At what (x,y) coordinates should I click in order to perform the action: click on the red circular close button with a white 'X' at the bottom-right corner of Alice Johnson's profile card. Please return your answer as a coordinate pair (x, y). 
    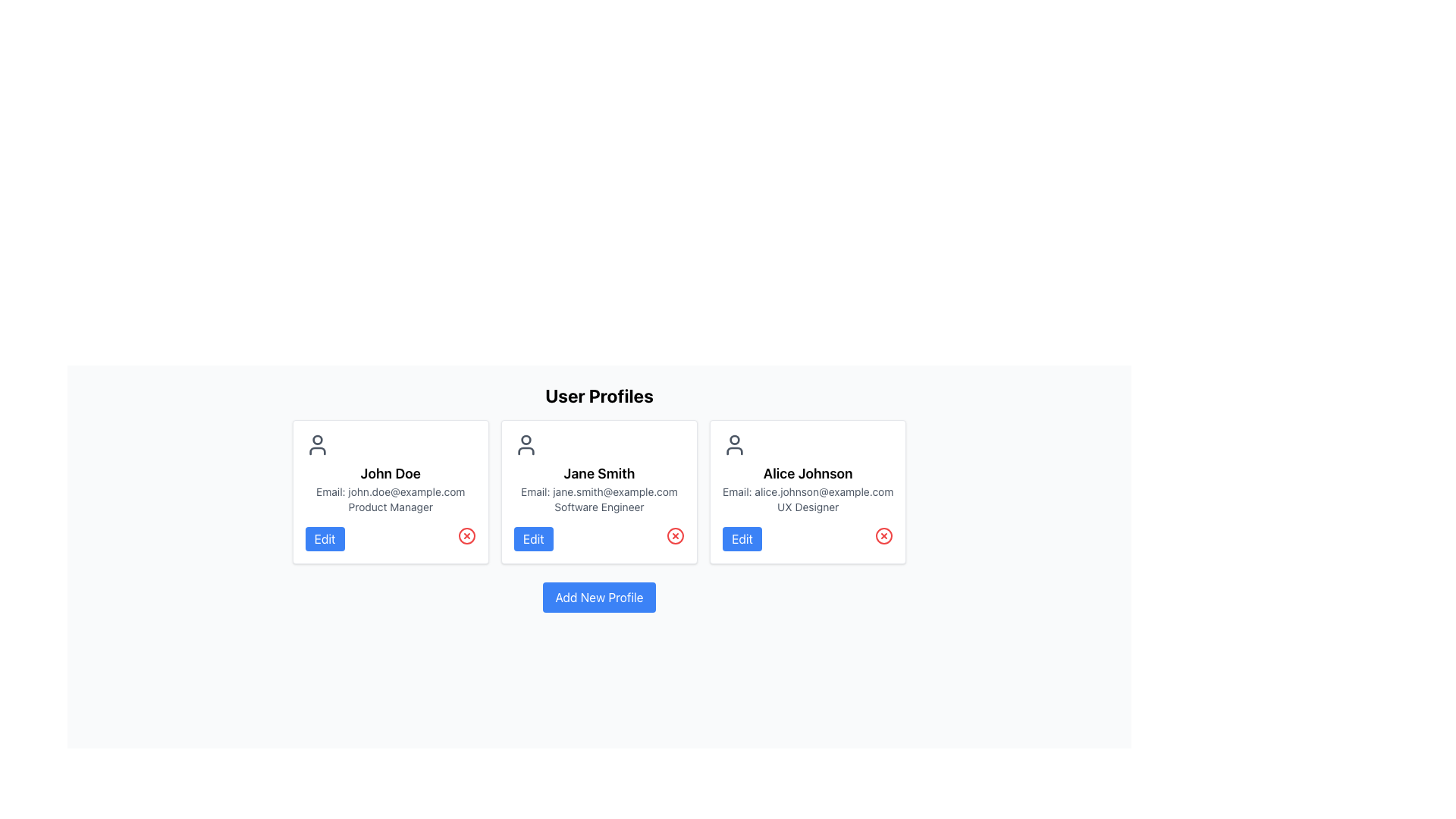
    Looking at the image, I should click on (884, 535).